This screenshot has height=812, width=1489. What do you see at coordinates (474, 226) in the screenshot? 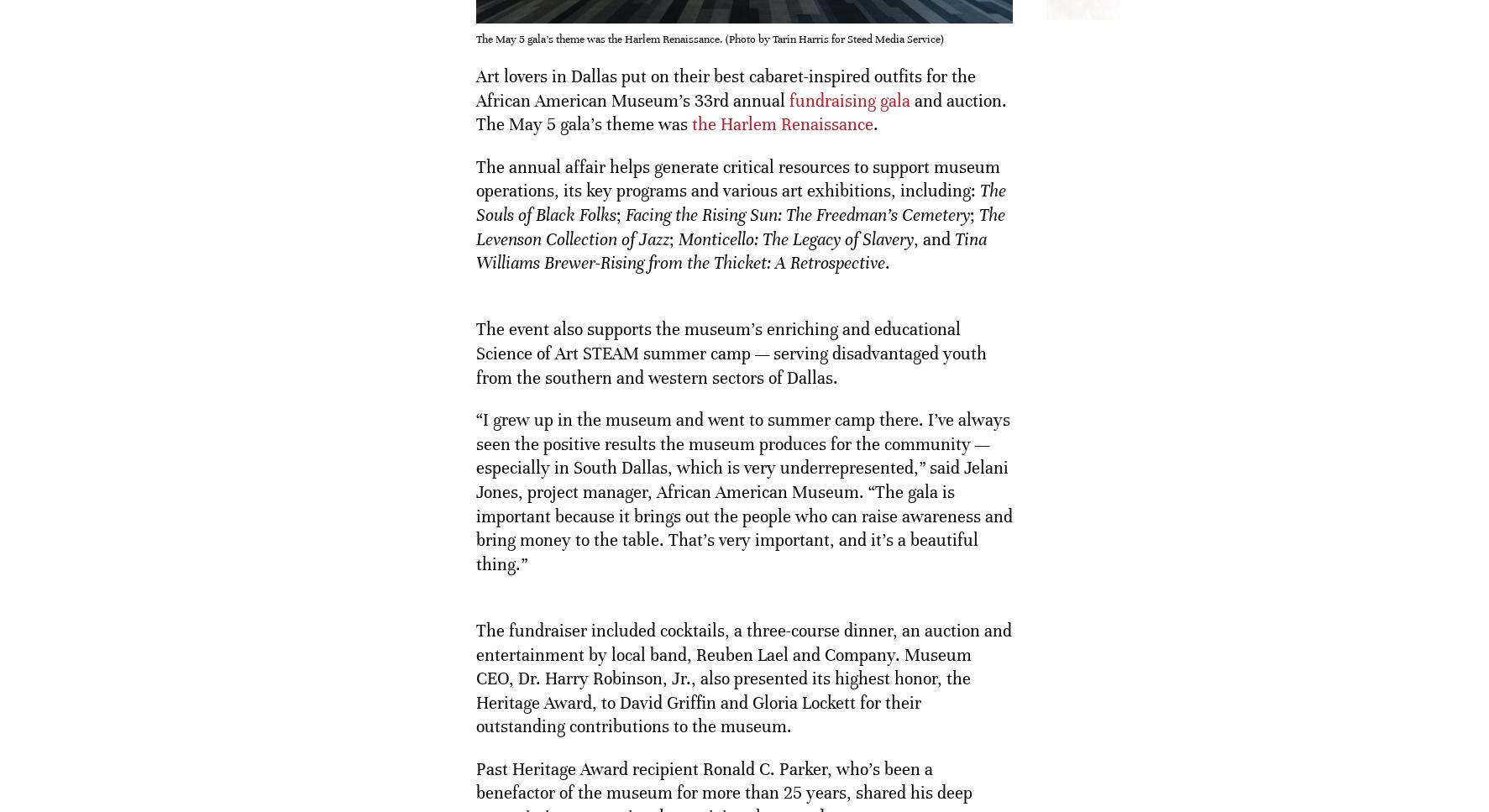
I see `'The Levenson Collection of Jazz'` at bounding box center [474, 226].